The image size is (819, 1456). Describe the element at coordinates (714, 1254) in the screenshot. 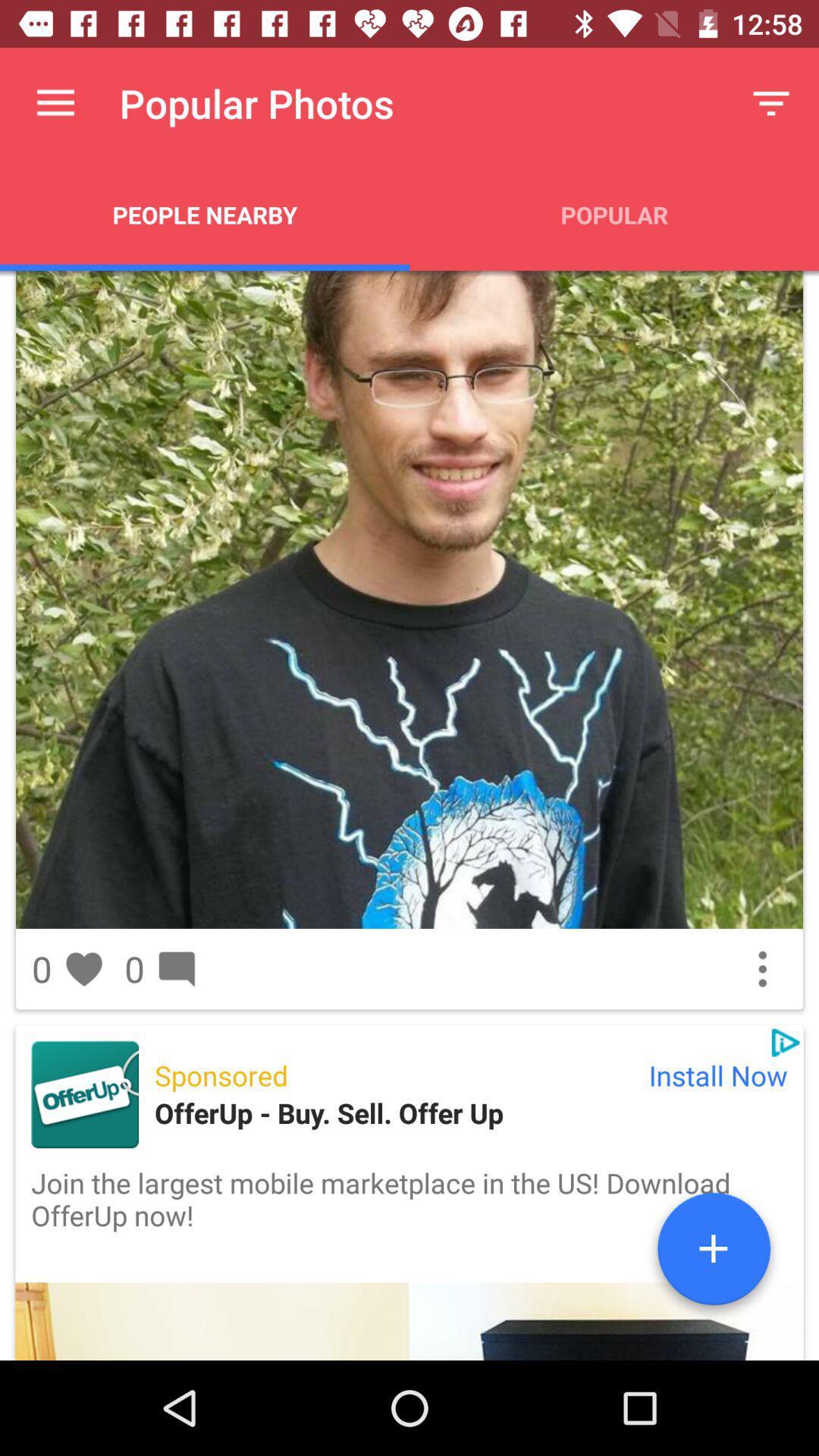

I see `the add icon` at that location.